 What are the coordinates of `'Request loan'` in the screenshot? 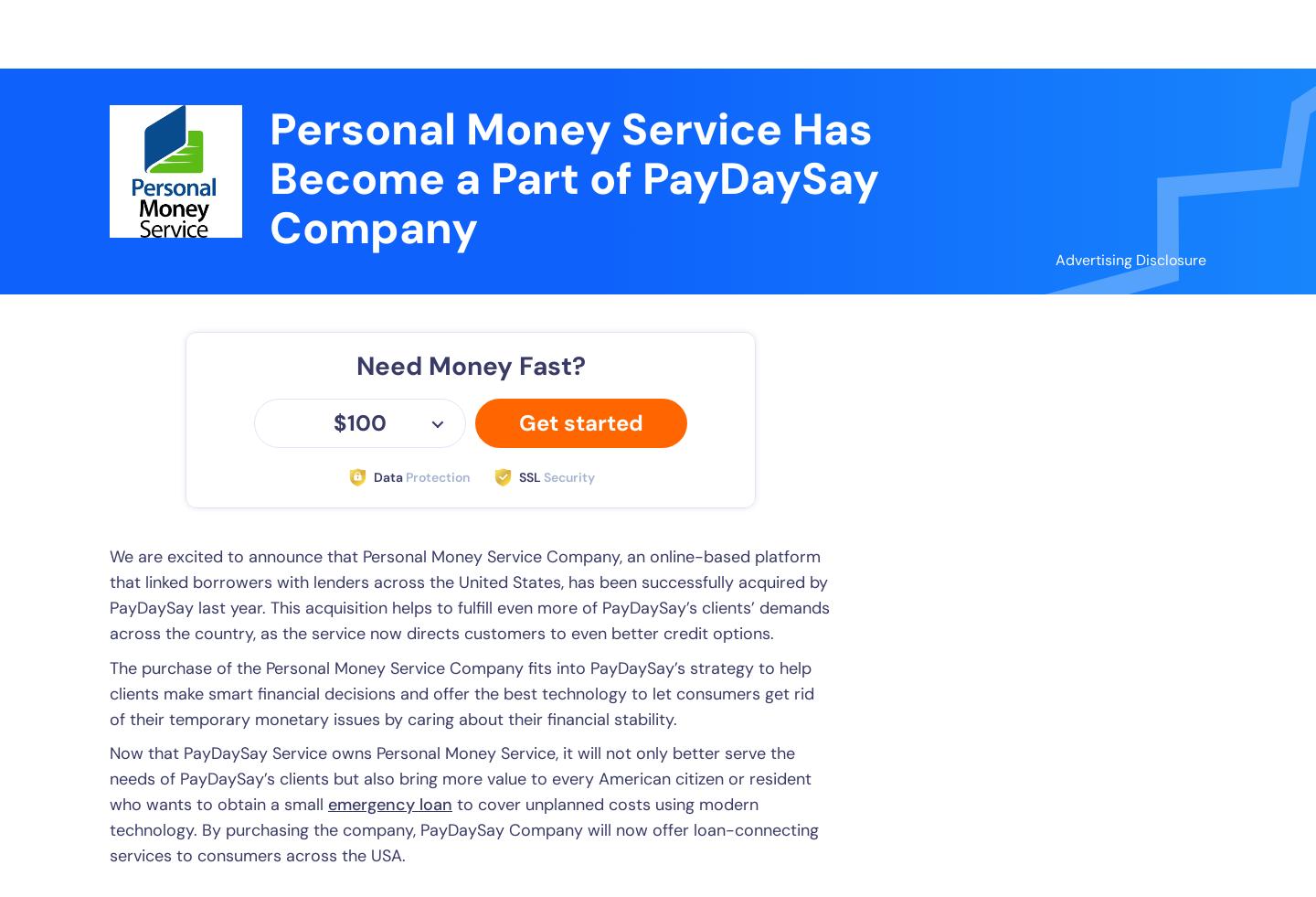 It's located at (1126, 32).